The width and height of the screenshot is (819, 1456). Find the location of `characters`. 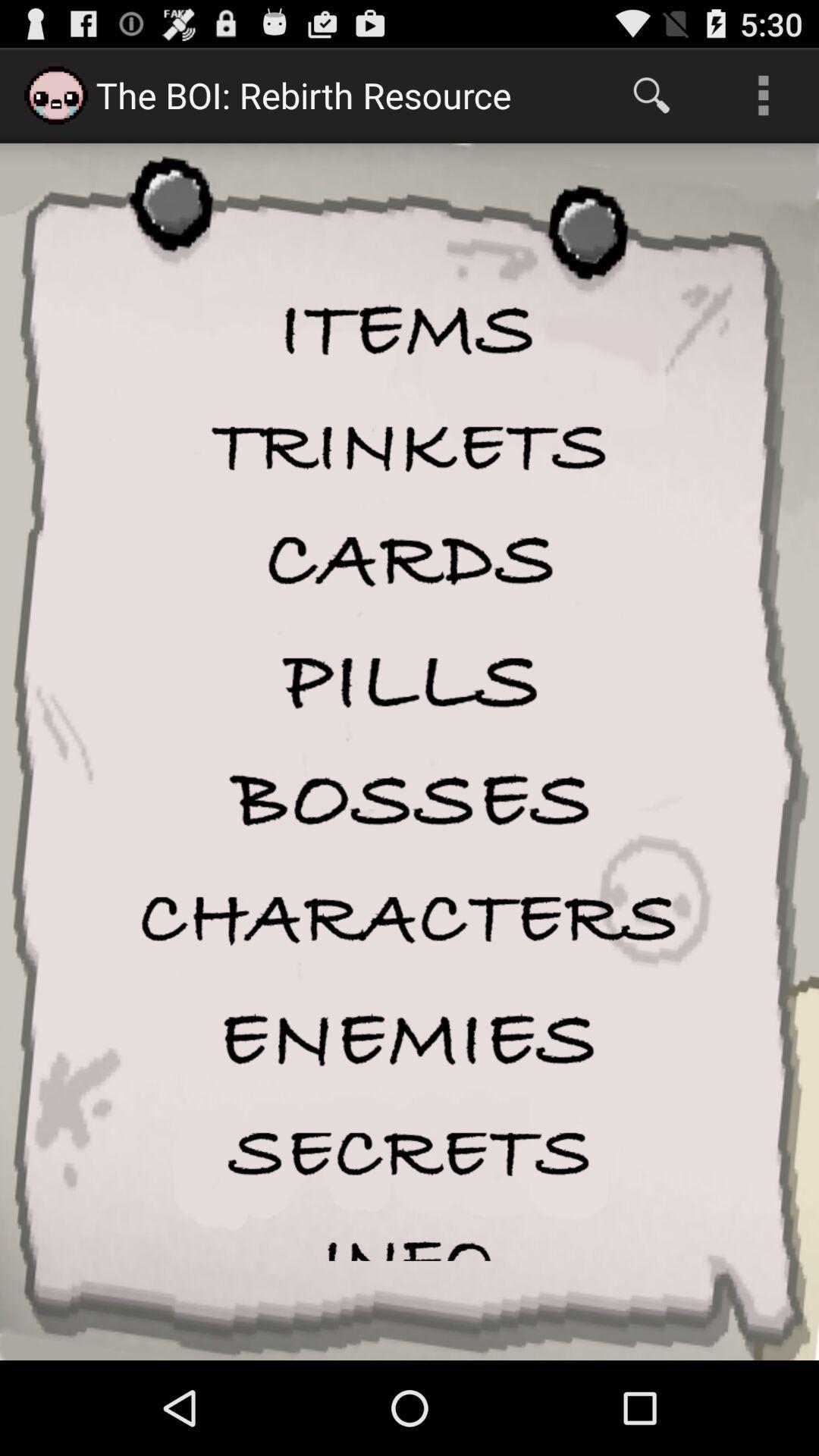

characters is located at coordinates (409, 919).